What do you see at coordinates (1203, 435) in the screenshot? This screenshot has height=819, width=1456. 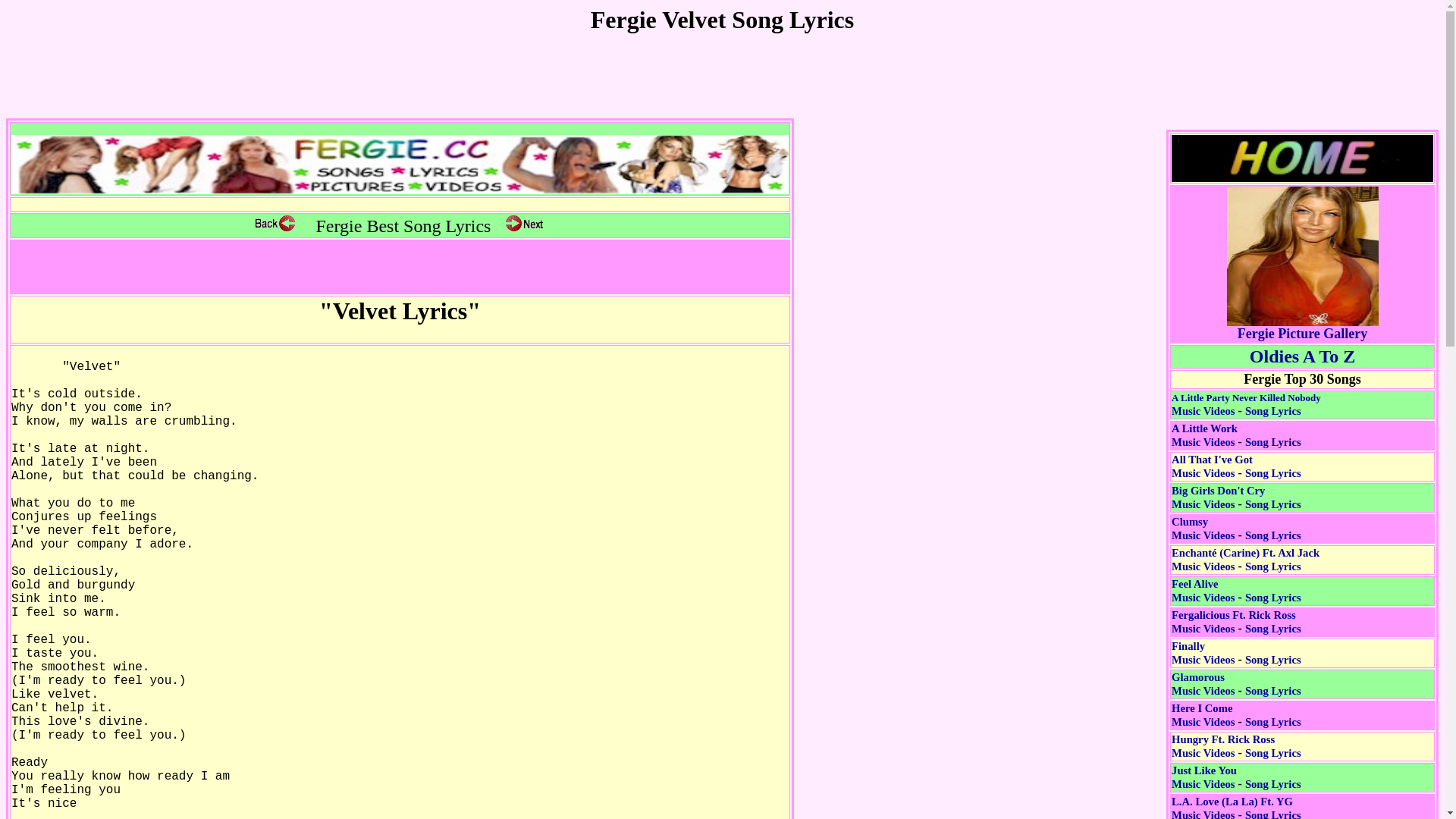 I see `'A Little Work` at bounding box center [1203, 435].